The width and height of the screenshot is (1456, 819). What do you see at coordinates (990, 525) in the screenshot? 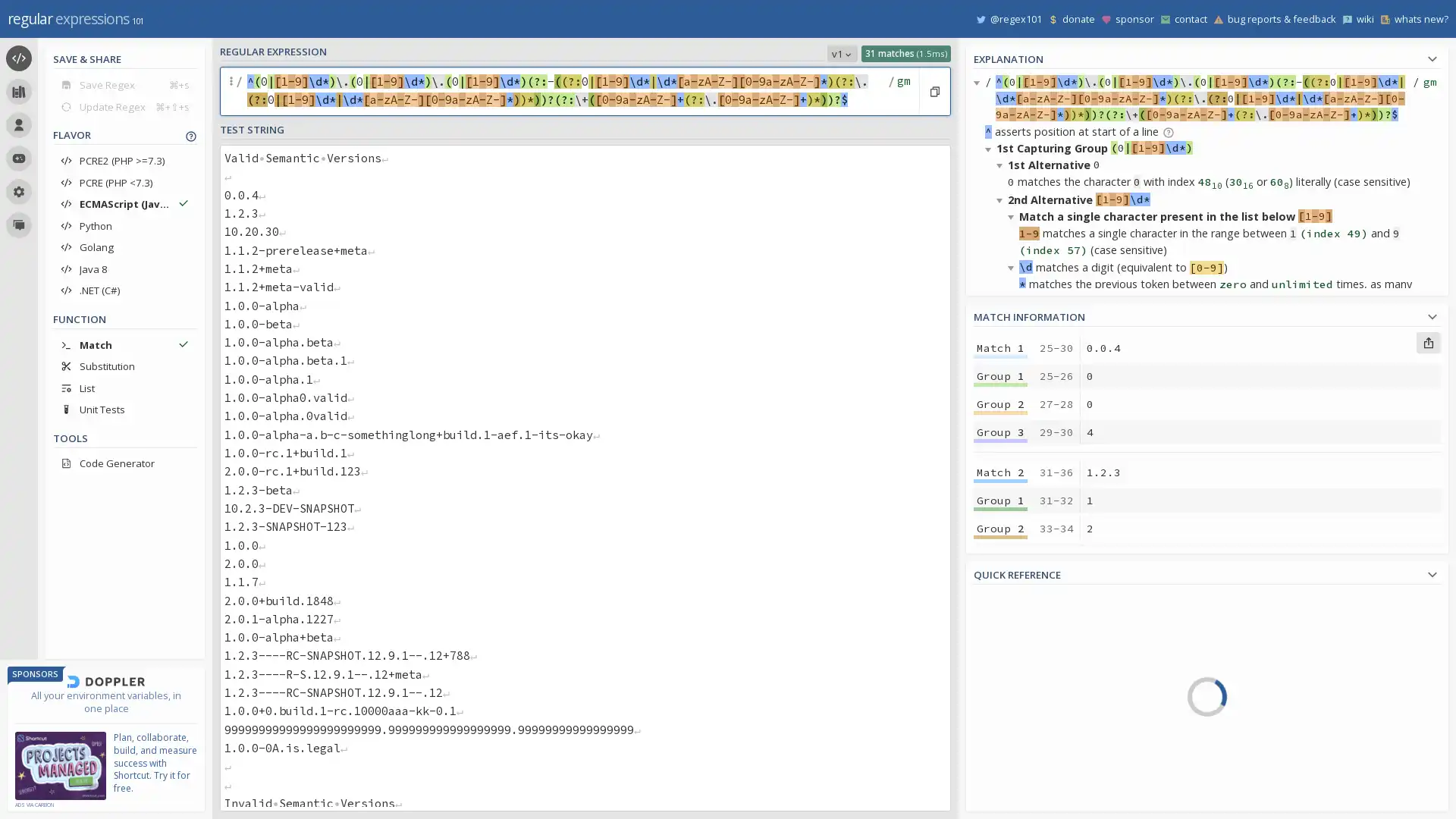
I see `Collapse Subtree` at bounding box center [990, 525].